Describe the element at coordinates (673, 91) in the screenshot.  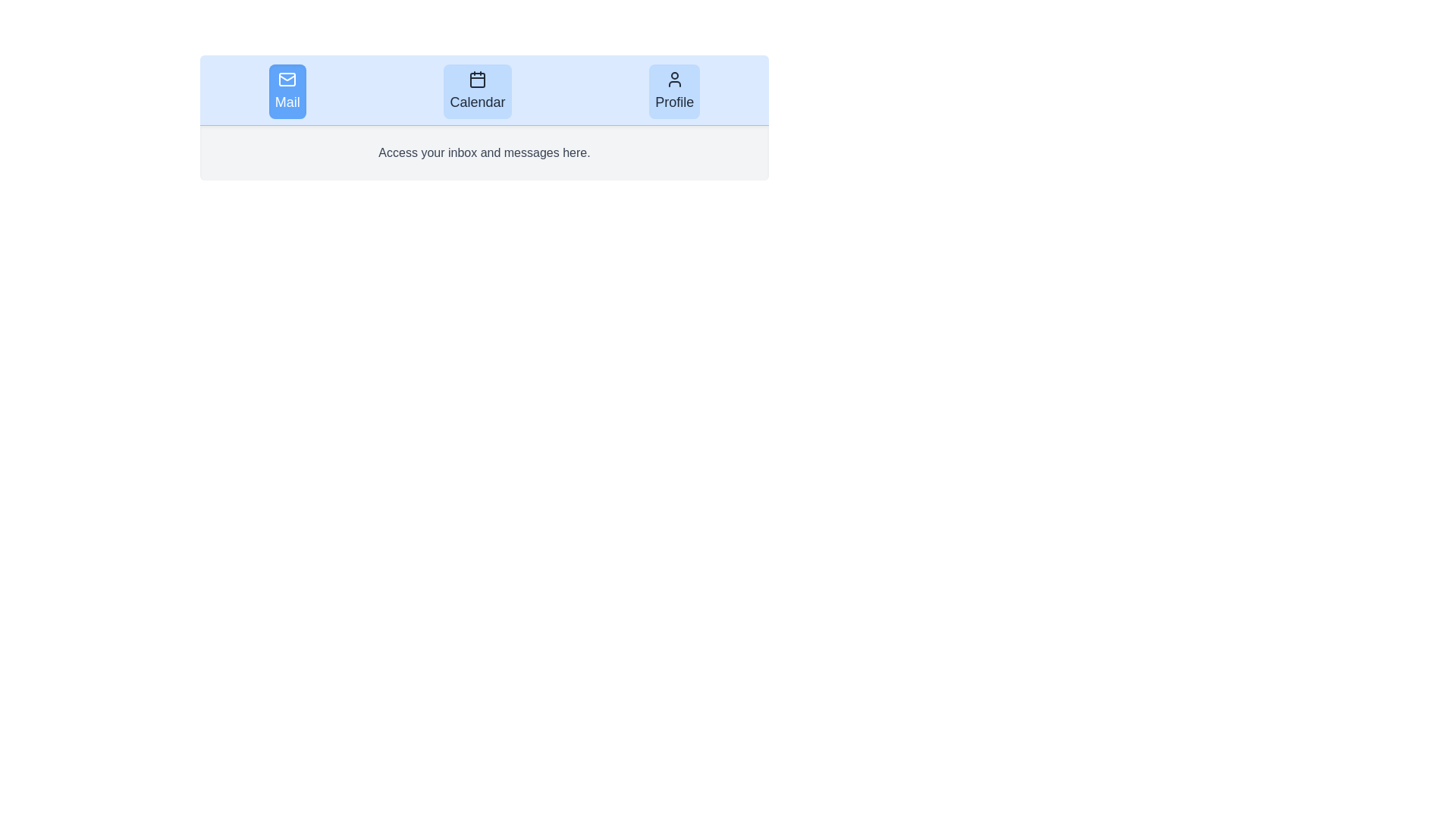
I see `the tab labeled Profile to observe visual changes` at that location.